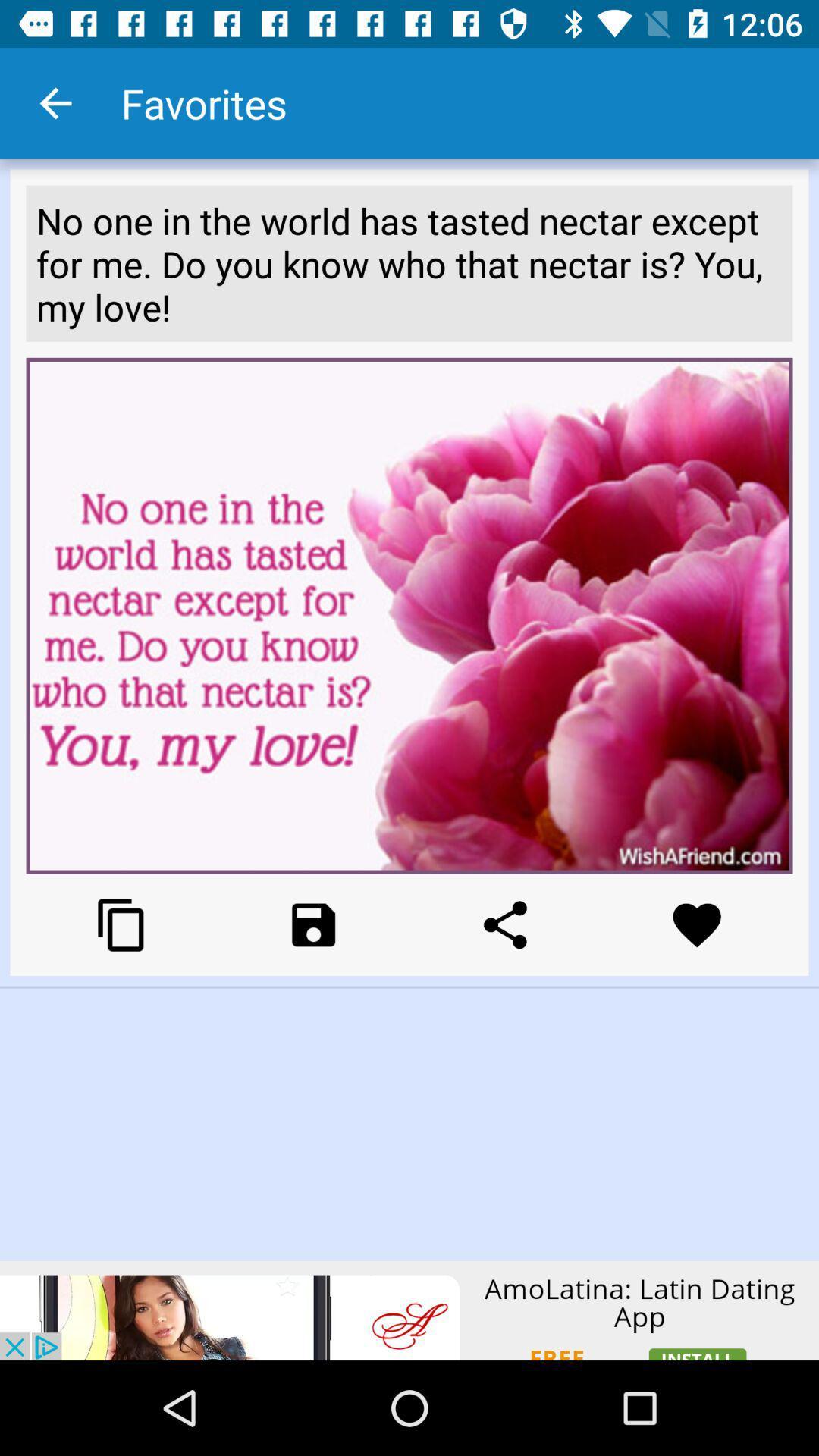 Image resolution: width=819 pixels, height=1456 pixels. I want to click on advertisement about latin dating app, so click(409, 1310).